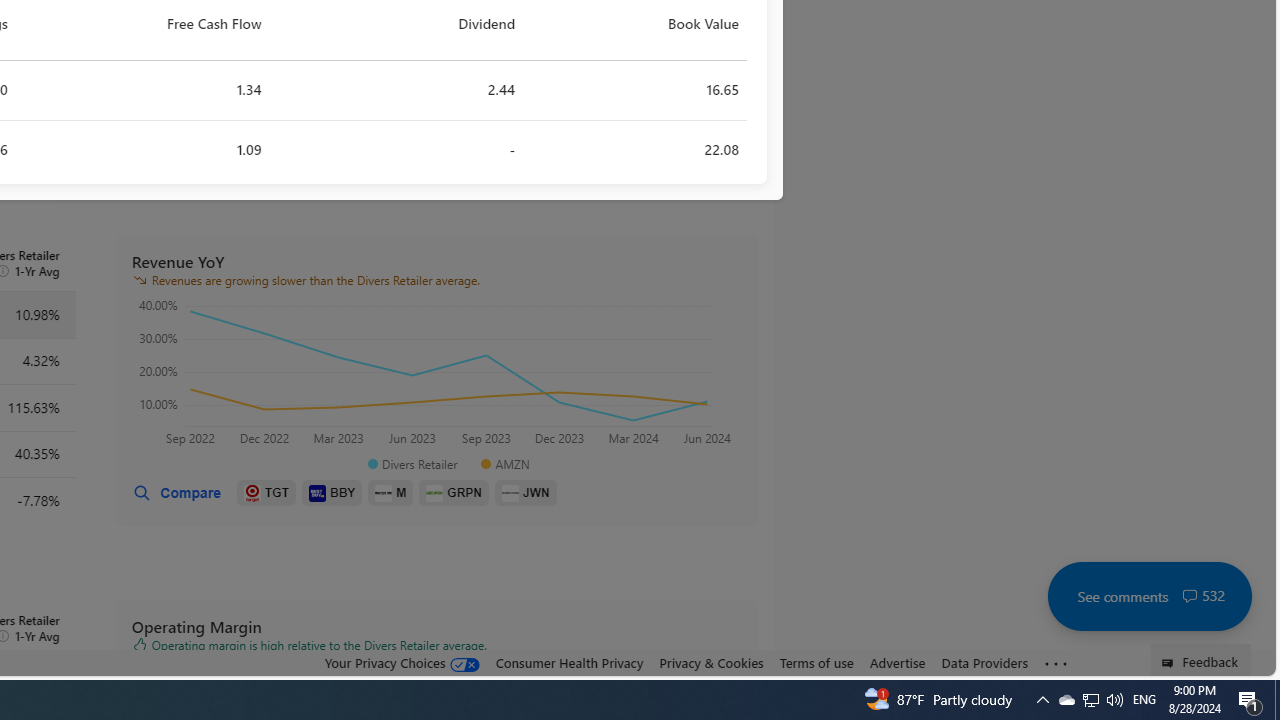  Describe the element at coordinates (332, 493) in the screenshot. I see `'BBY'` at that location.